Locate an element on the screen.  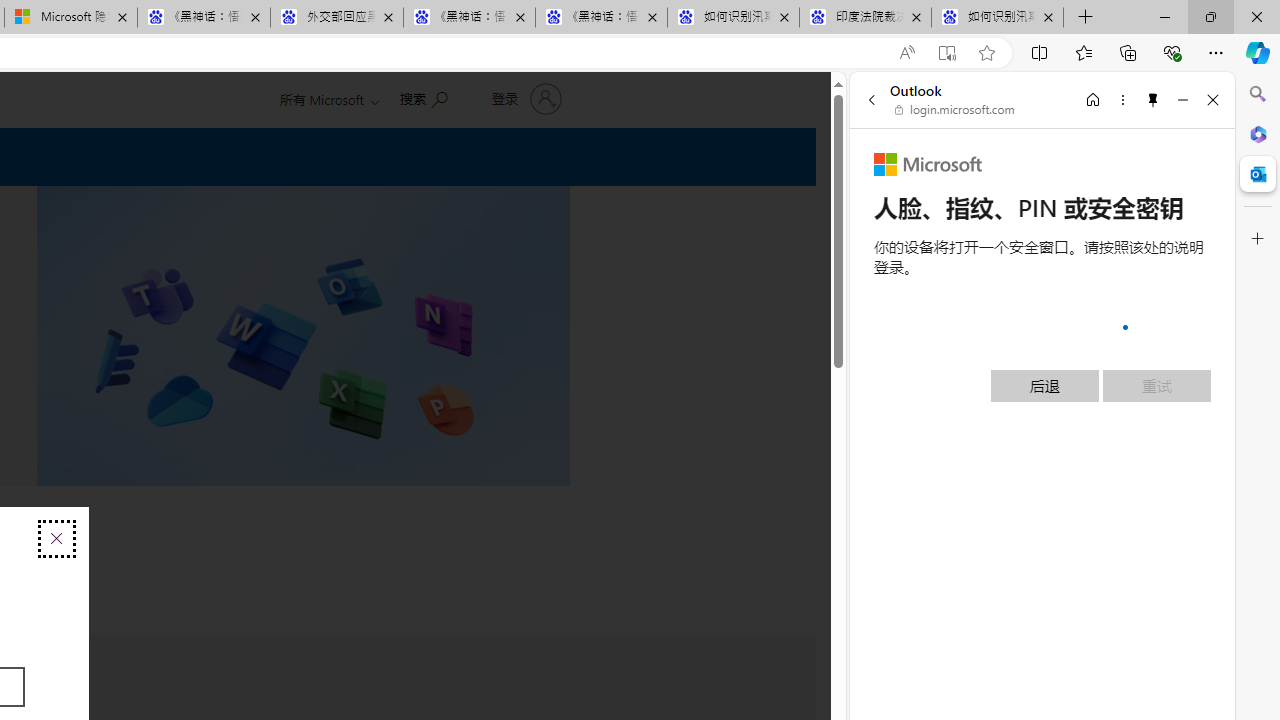
'More options' is located at coordinates (1122, 99).